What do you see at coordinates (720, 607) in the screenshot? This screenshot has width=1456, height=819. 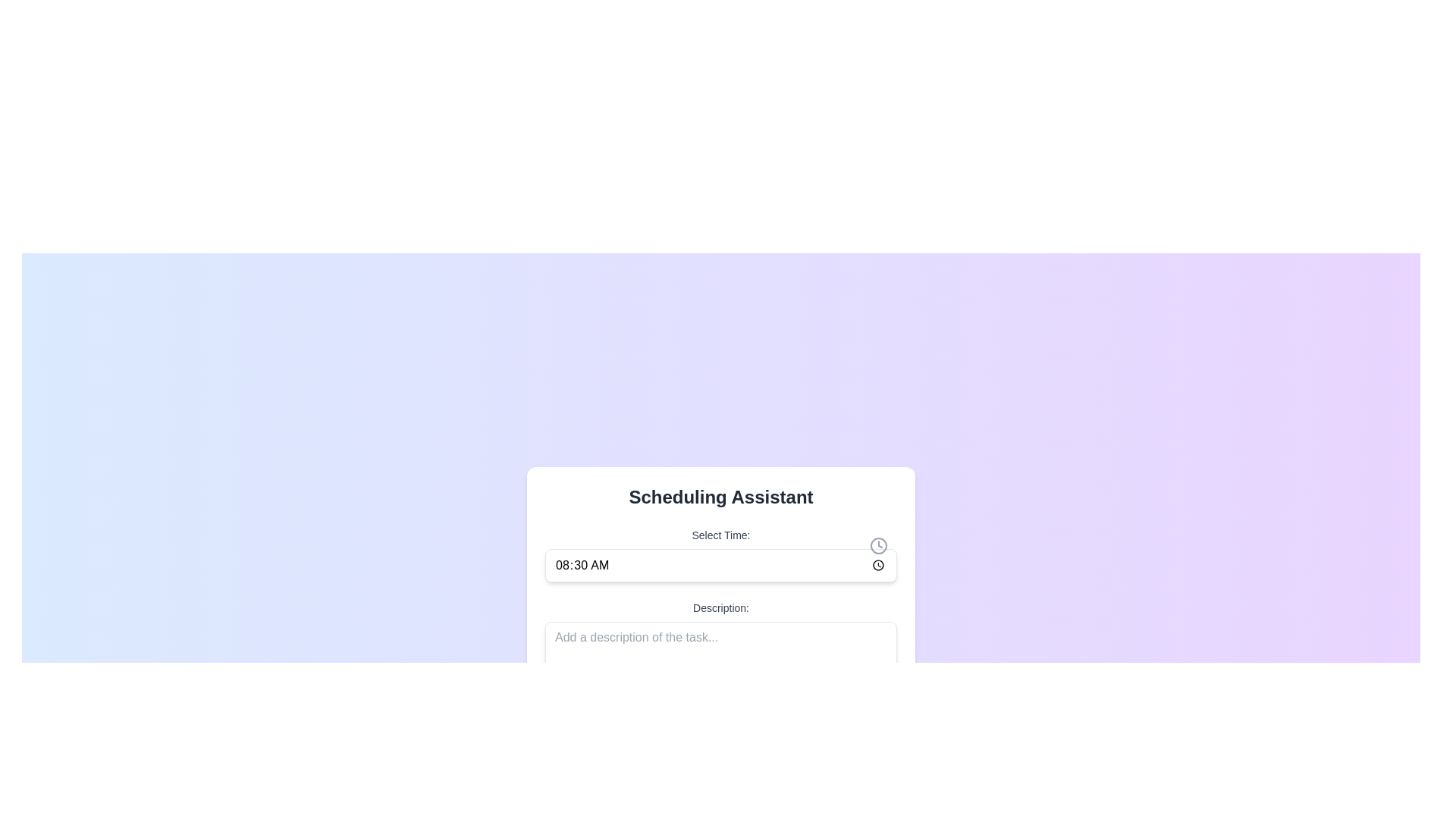 I see `text of the label indicating that the input field below is for providing a description, located directly above the text input field marked with placeholder text 'Add a description of the task...'` at bounding box center [720, 607].